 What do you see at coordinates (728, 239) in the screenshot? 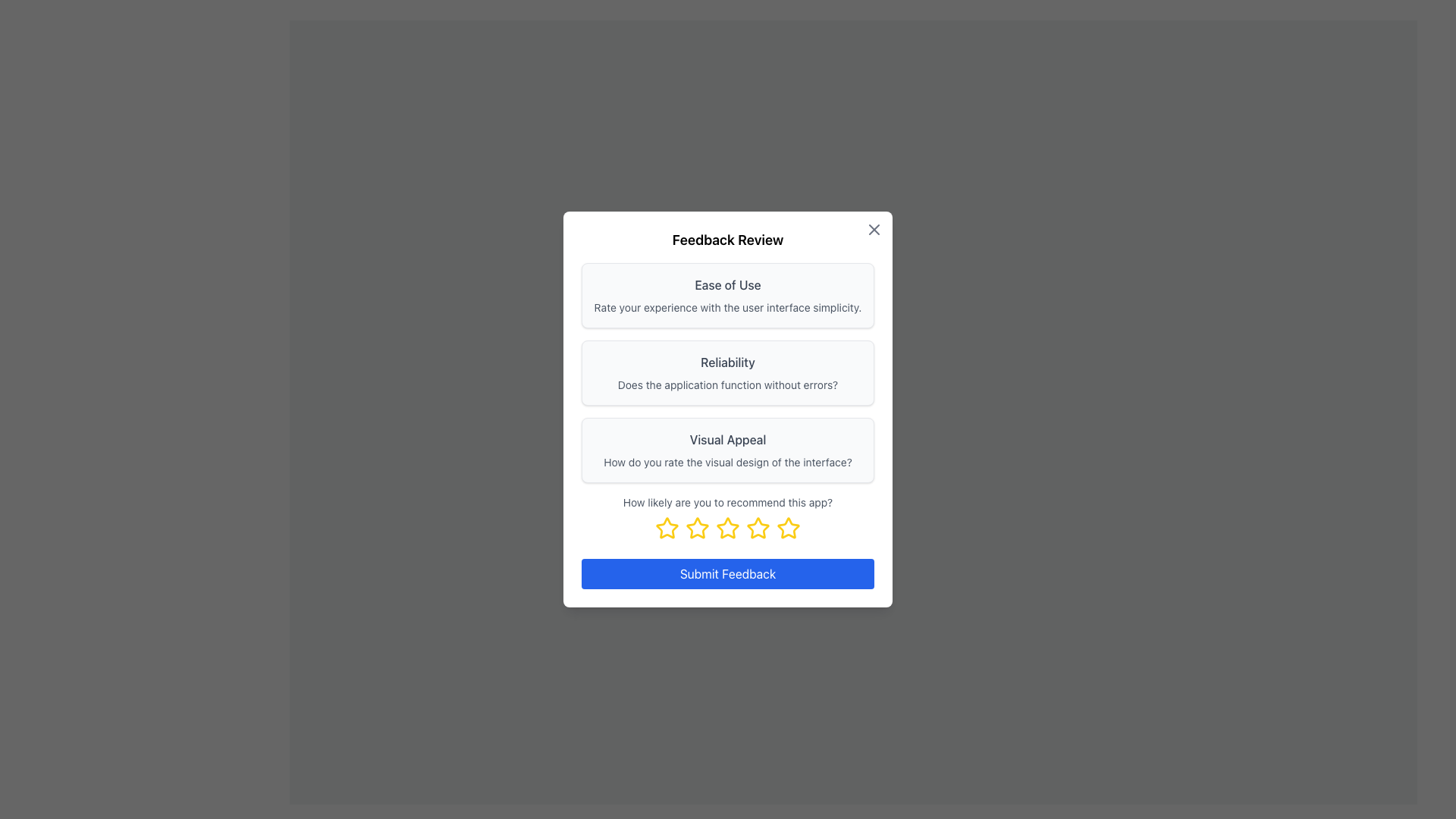
I see `the 'Feedback Review' text component, which is displayed in bold, large-sized font and is centered horizontally within a white card with rounded corners and a shadow effect` at bounding box center [728, 239].